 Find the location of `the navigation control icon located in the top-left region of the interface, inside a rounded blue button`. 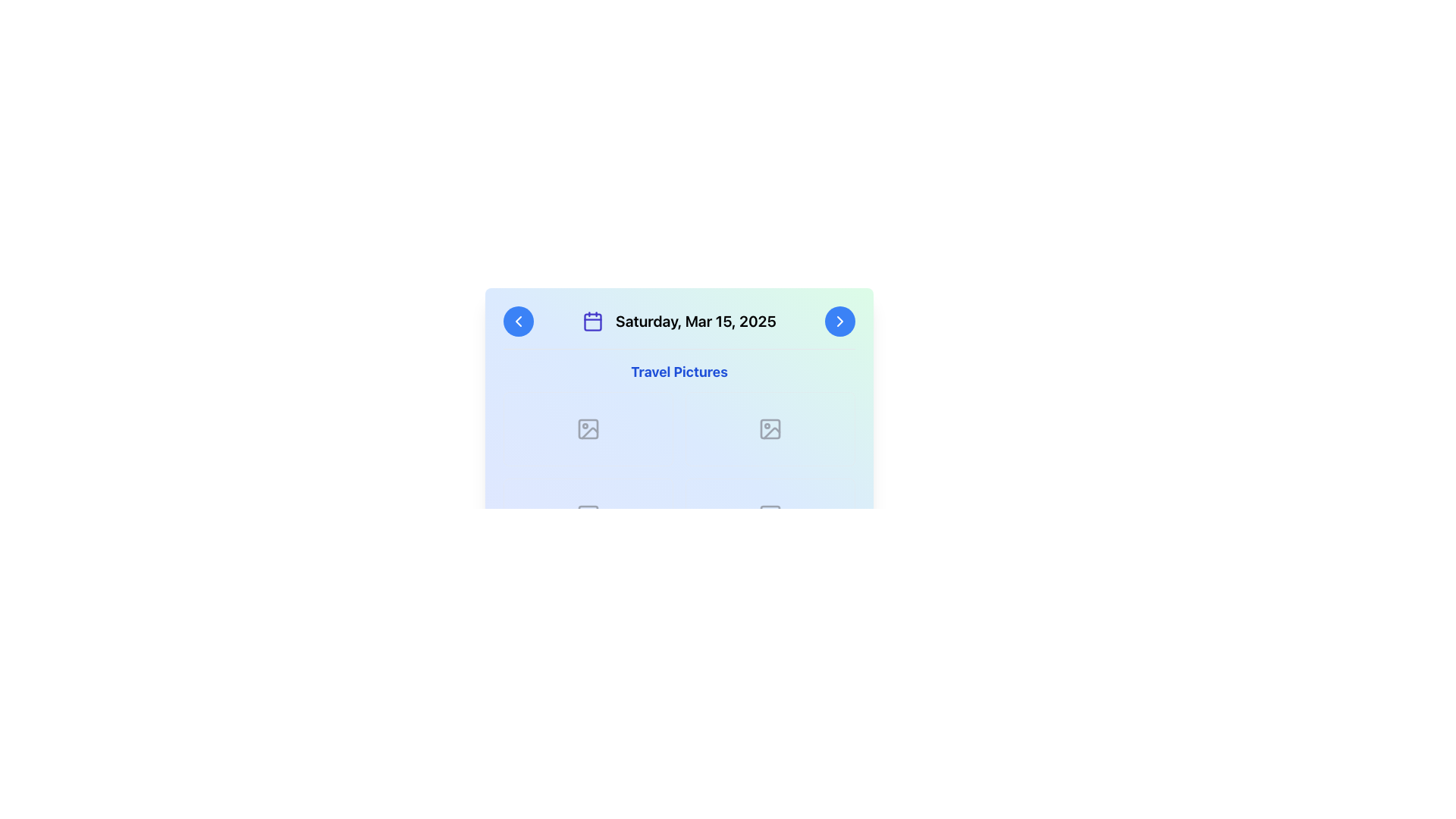

the navigation control icon located in the top-left region of the interface, inside a rounded blue button is located at coordinates (519, 321).